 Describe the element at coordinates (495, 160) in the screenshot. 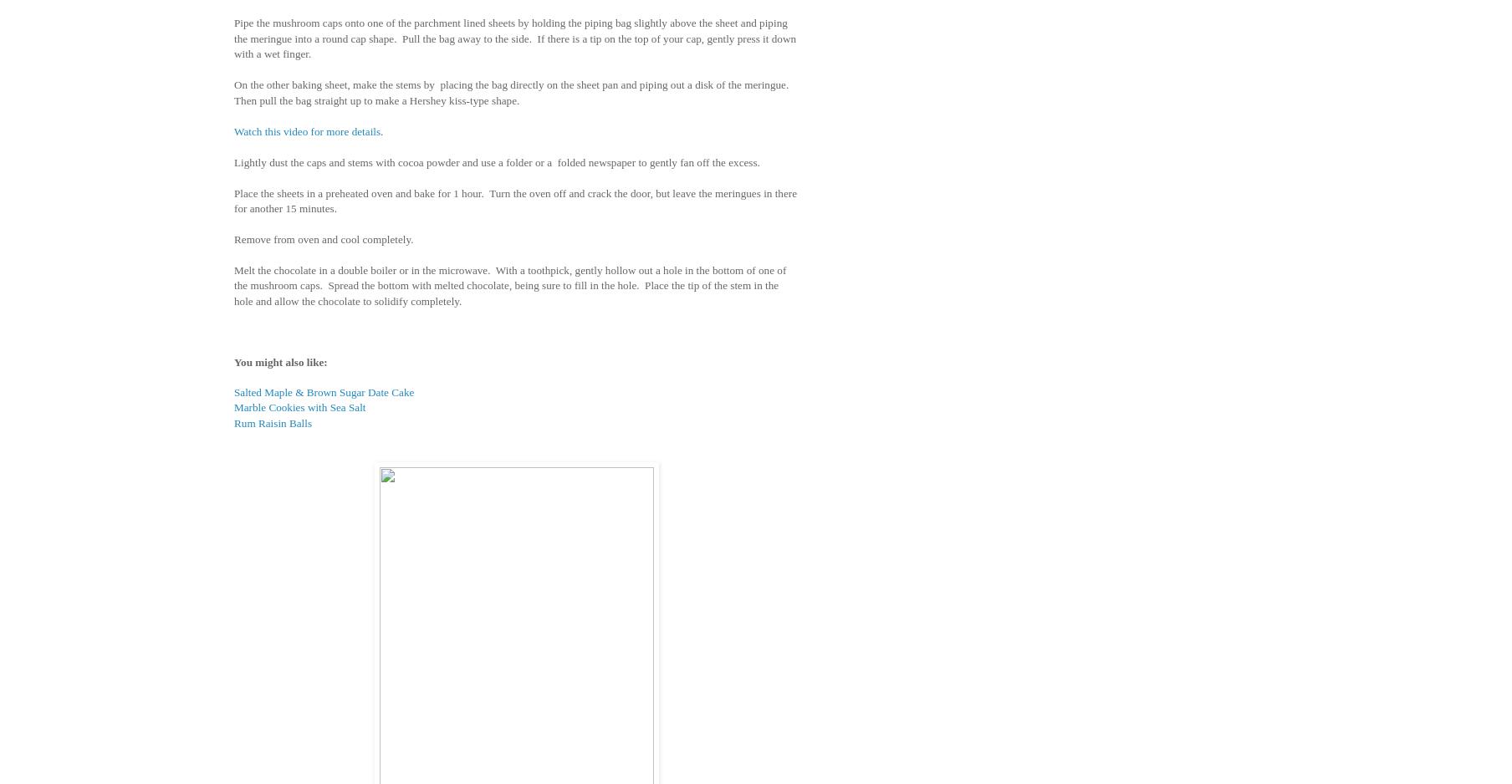

I see `'Lightly dust the caps and stems with cocoa powder and use a folder or a  folded newspaper to gently fan off the excess.'` at that location.